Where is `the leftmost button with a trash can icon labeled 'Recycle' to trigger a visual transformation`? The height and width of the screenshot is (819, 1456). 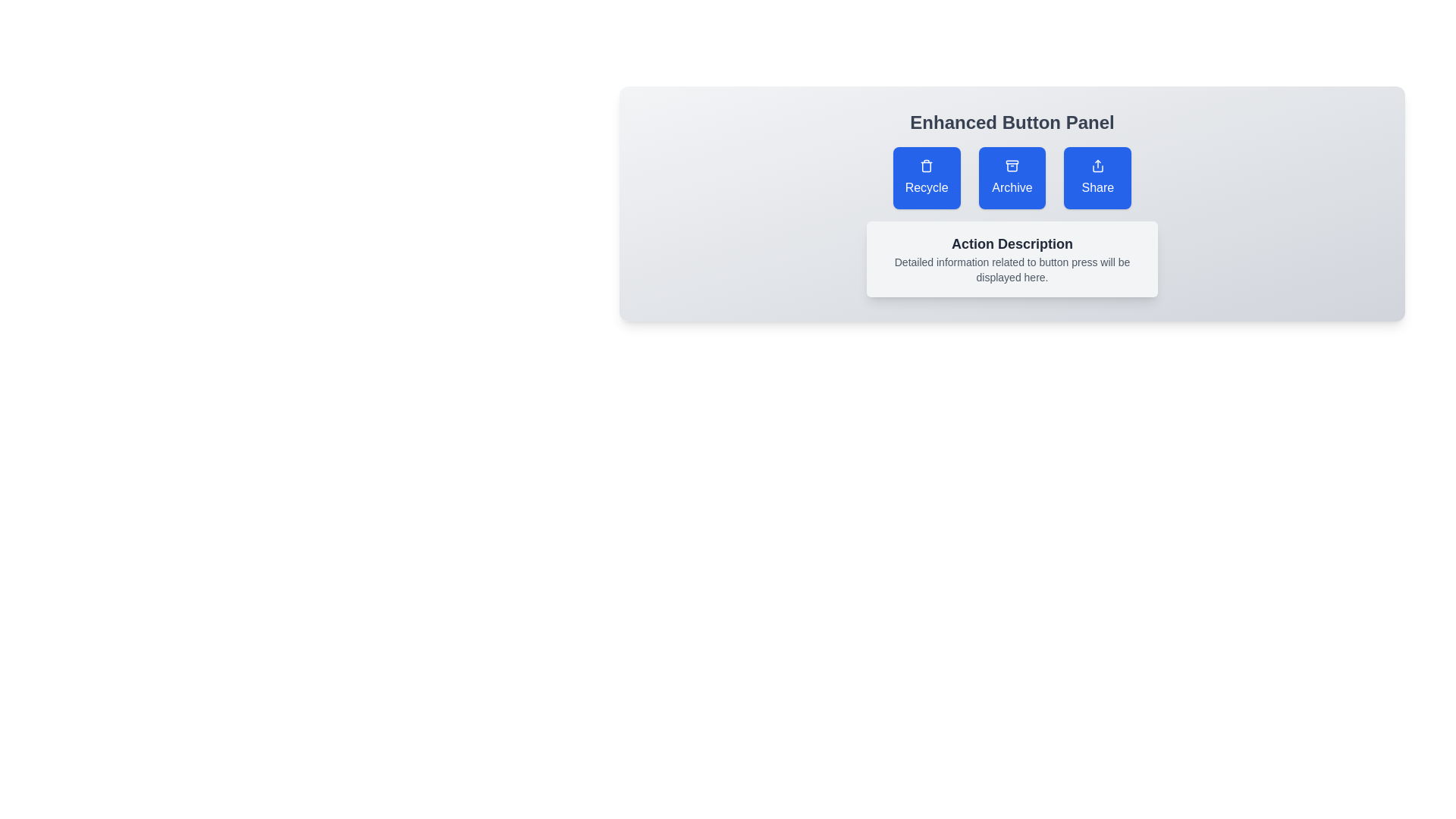
the leftmost button with a trash can icon labeled 'Recycle' to trigger a visual transformation is located at coordinates (926, 177).